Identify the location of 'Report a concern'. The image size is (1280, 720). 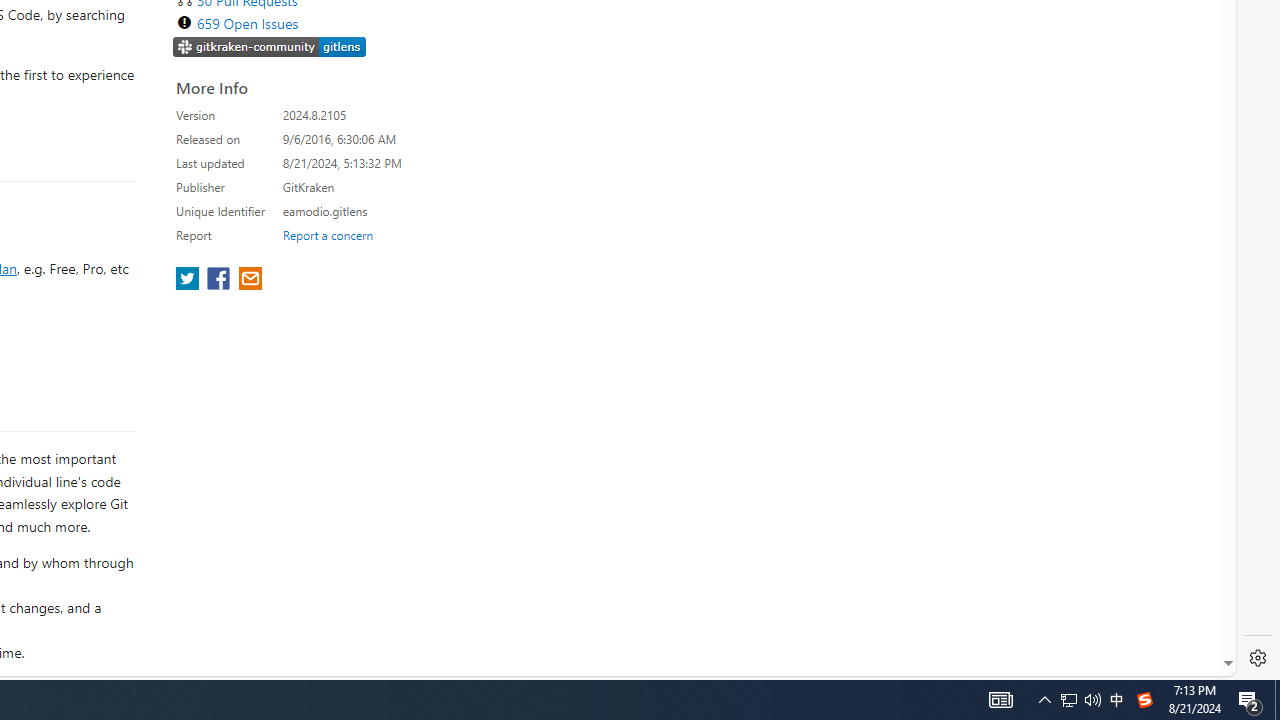
(327, 234).